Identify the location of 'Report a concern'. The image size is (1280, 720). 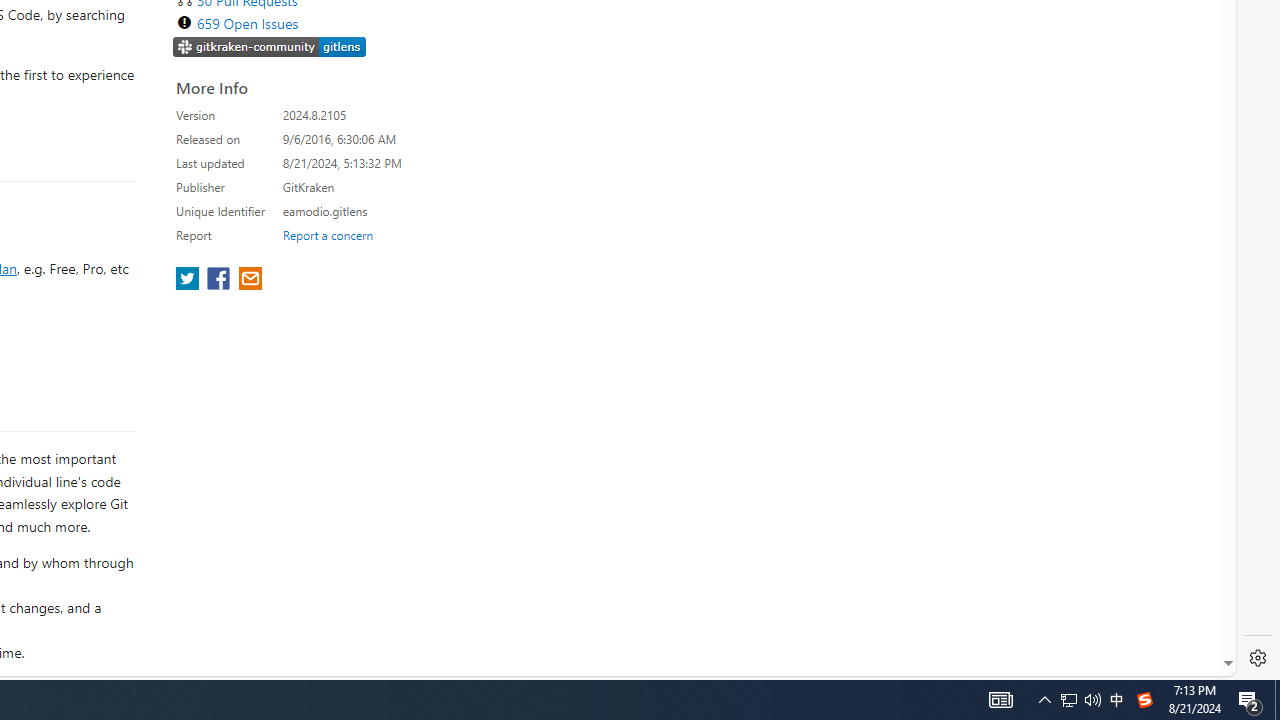
(327, 234).